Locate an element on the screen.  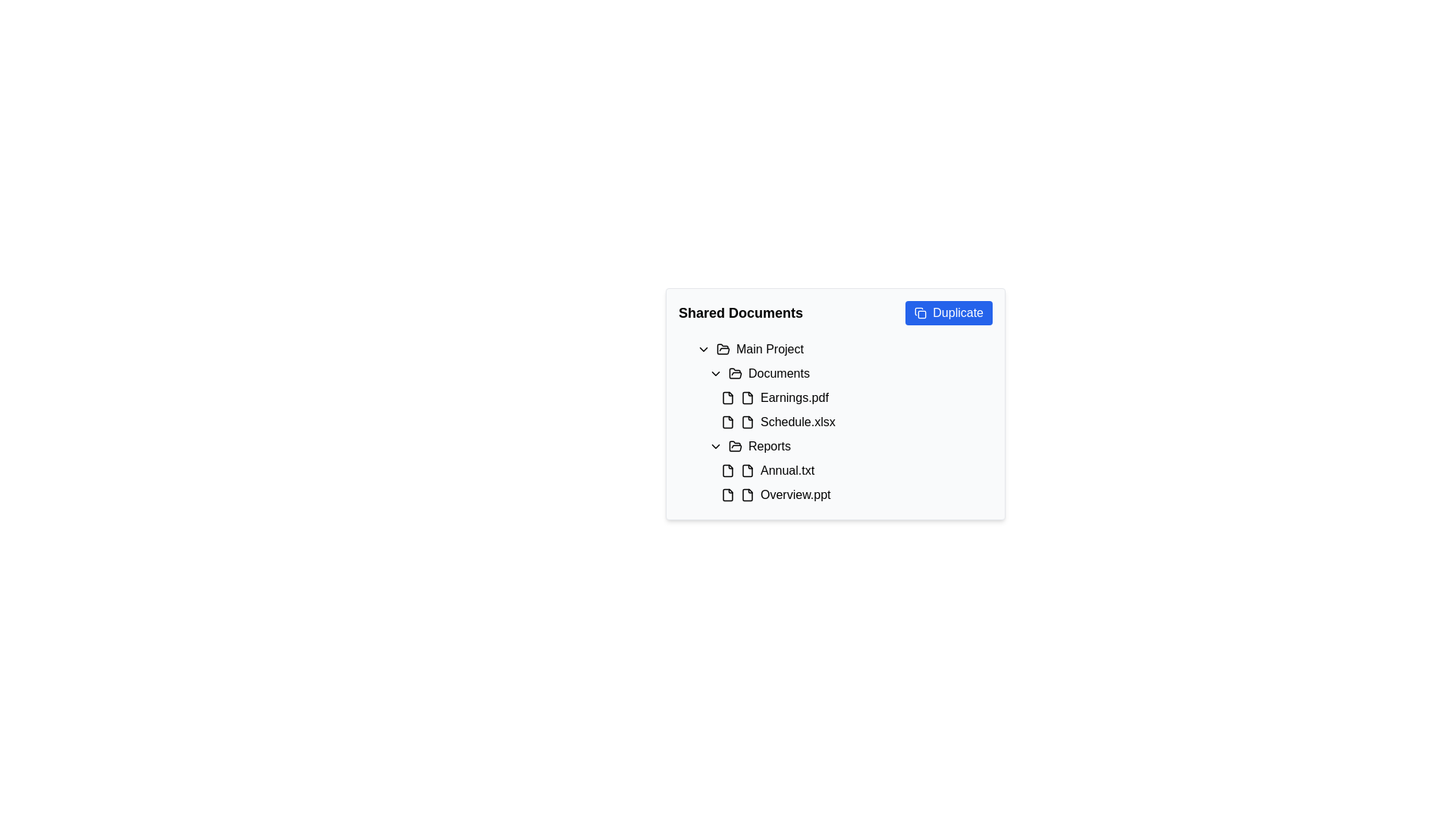
the text label representing the file named 'Schedule.xlsx' located under the 'Documents' subfolder in the 'Main Project' folder is located at coordinates (797, 422).